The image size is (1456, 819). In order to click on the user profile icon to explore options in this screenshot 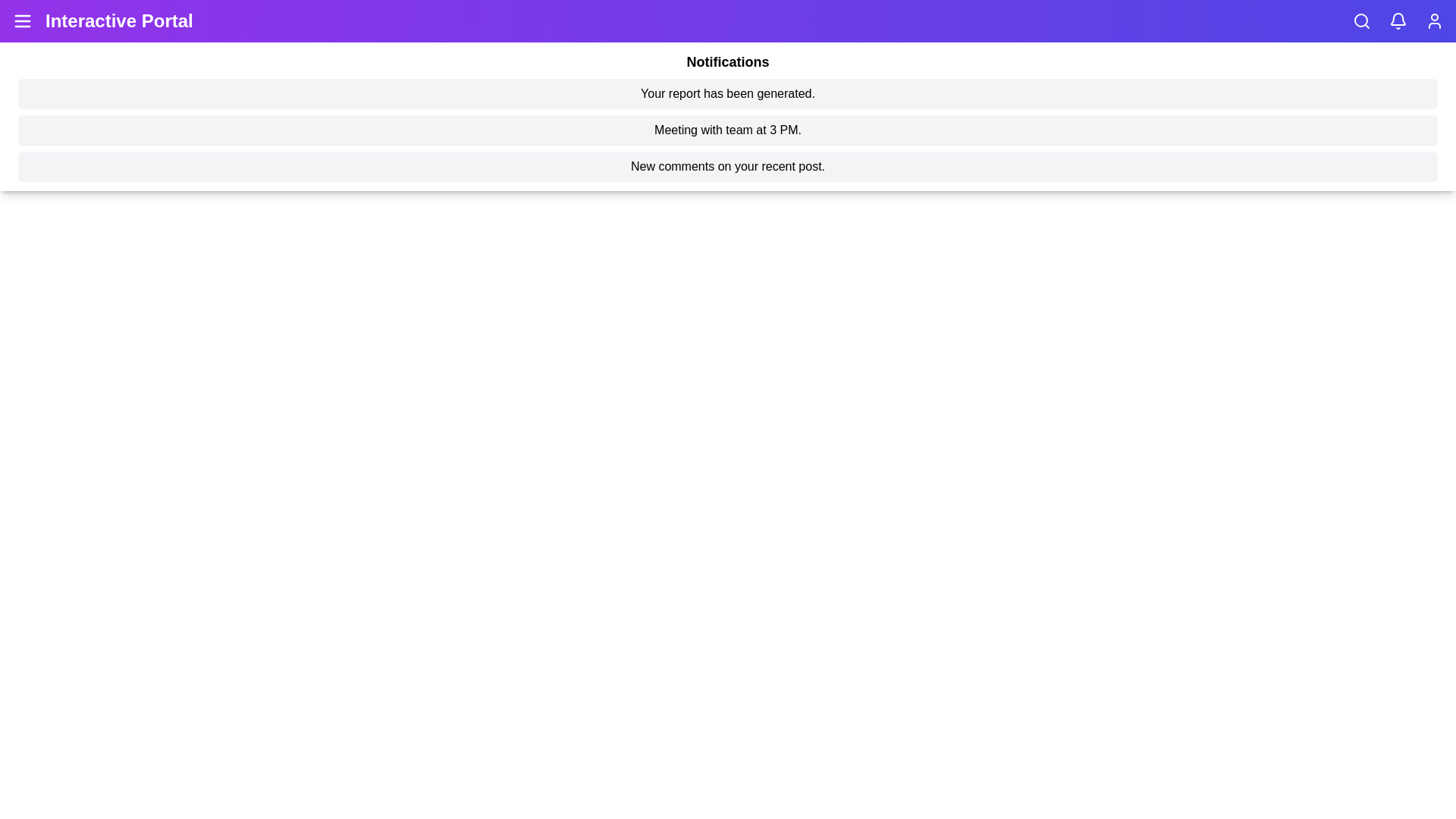, I will do `click(1433, 20)`.